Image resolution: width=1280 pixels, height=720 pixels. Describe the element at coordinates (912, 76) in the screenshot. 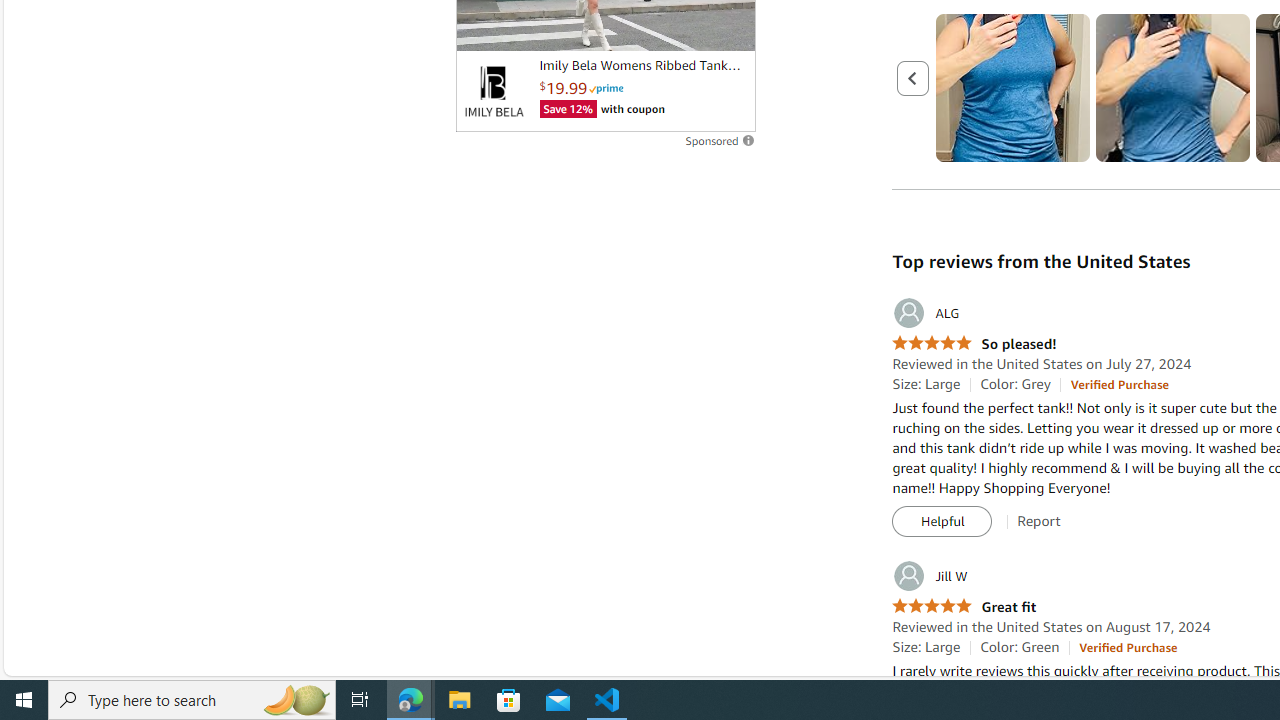

I see `'Previous page'` at that location.